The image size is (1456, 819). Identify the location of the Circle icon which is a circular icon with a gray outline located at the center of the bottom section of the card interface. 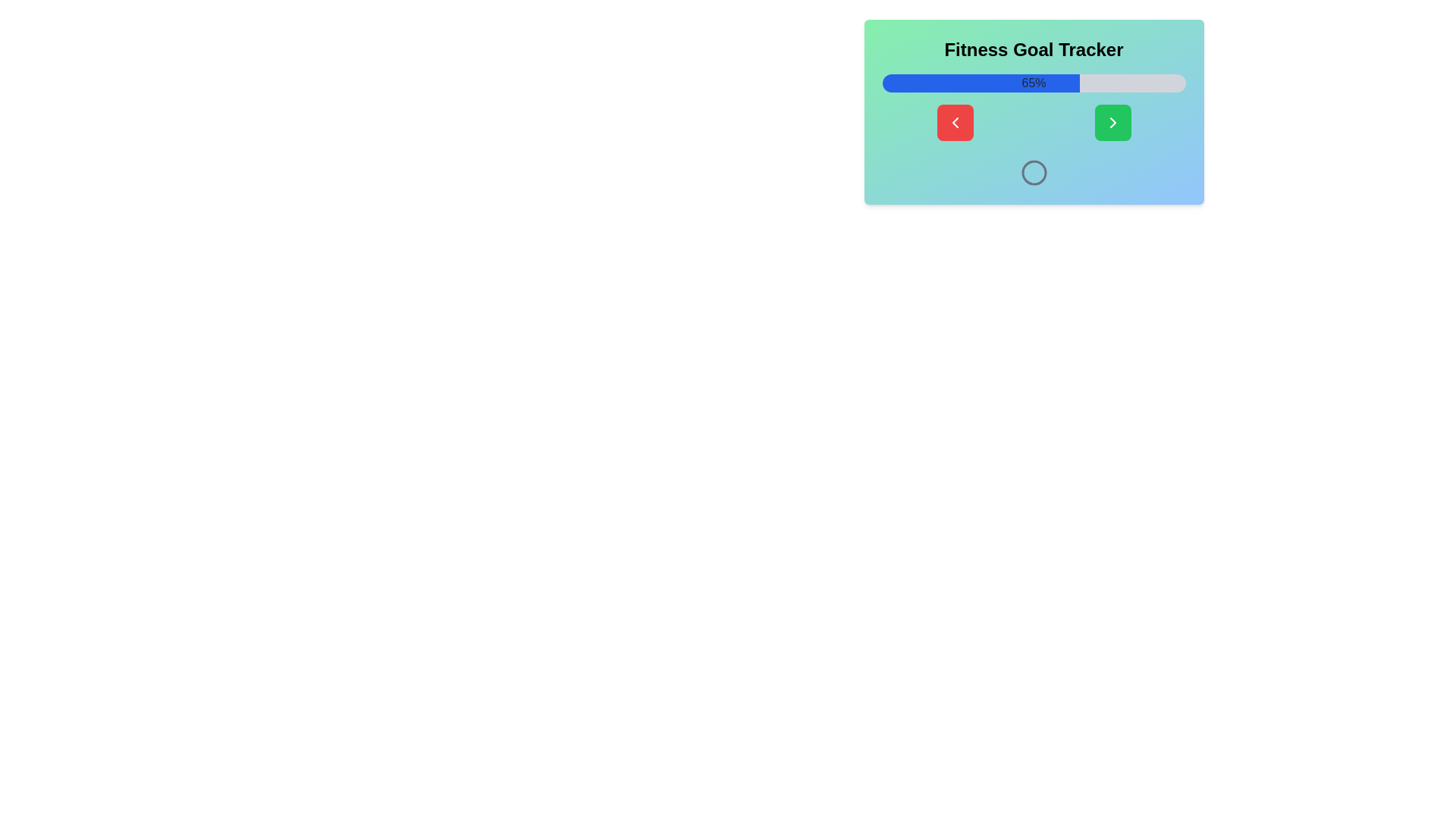
(1033, 171).